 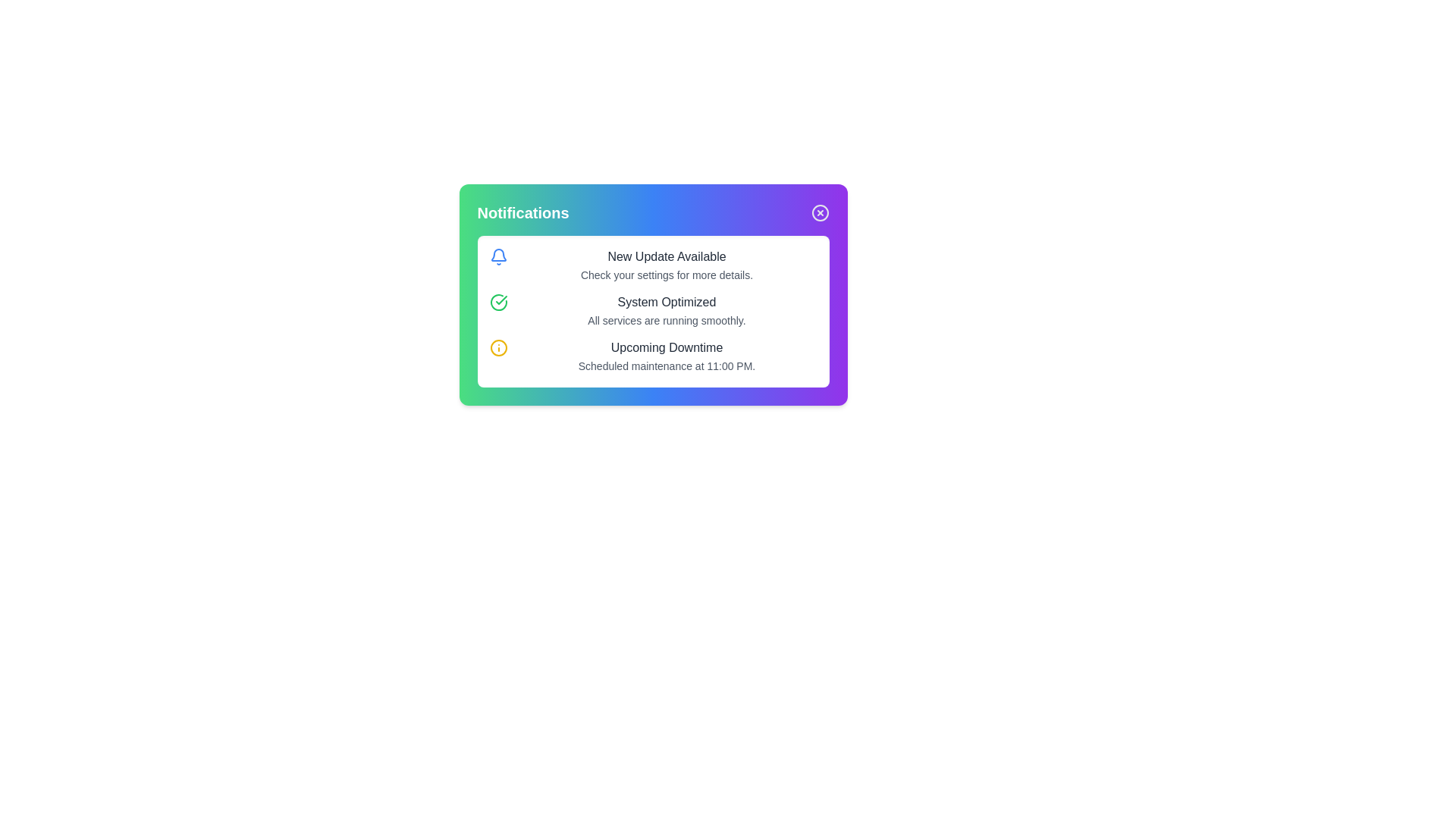 I want to click on the close button located in the top-right corner of the notification panel header, so click(x=819, y=213).